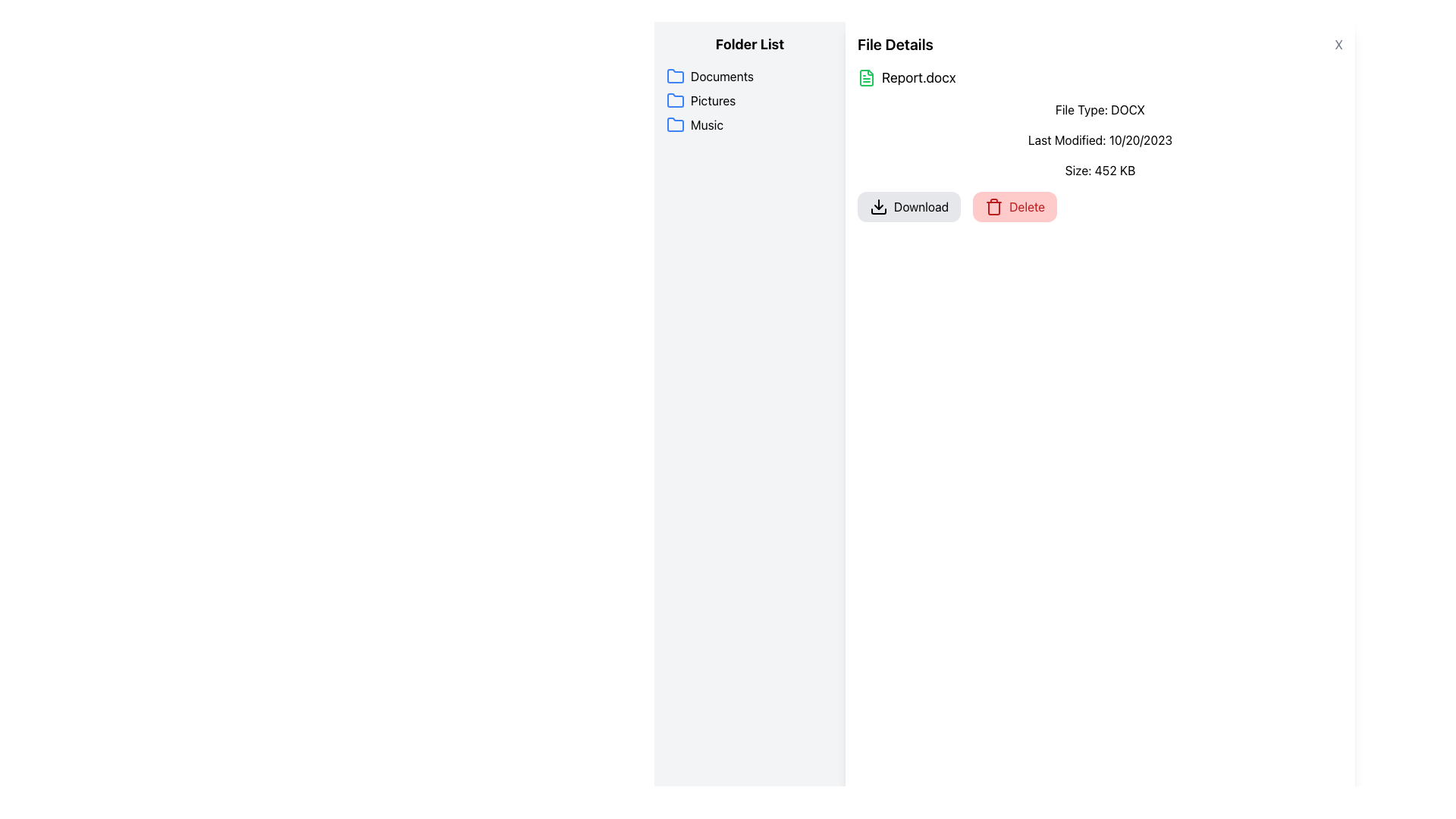 Image resolution: width=1456 pixels, height=819 pixels. Describe the element at coordinates (675, 124) in the screenshot. I see `the 'Music' folder icon in the left sidebar under the 'Folder List' heading` at that location.